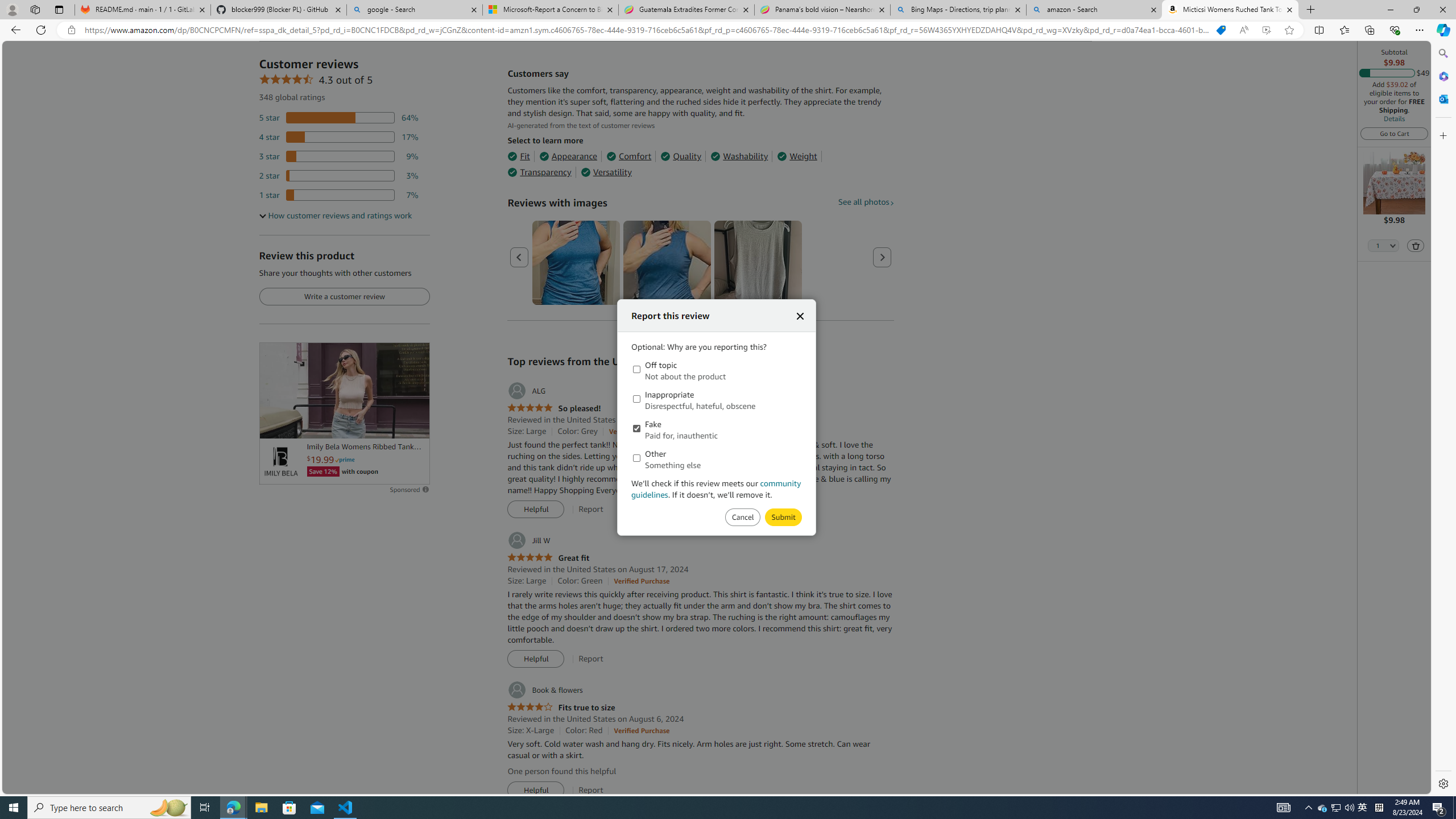 The width and height of the screenshot is (1456, 819). Describe the element at coordinates (338, 195) in the screenshot. I see `'7 percent of reviews have 1 stars'` at that location.